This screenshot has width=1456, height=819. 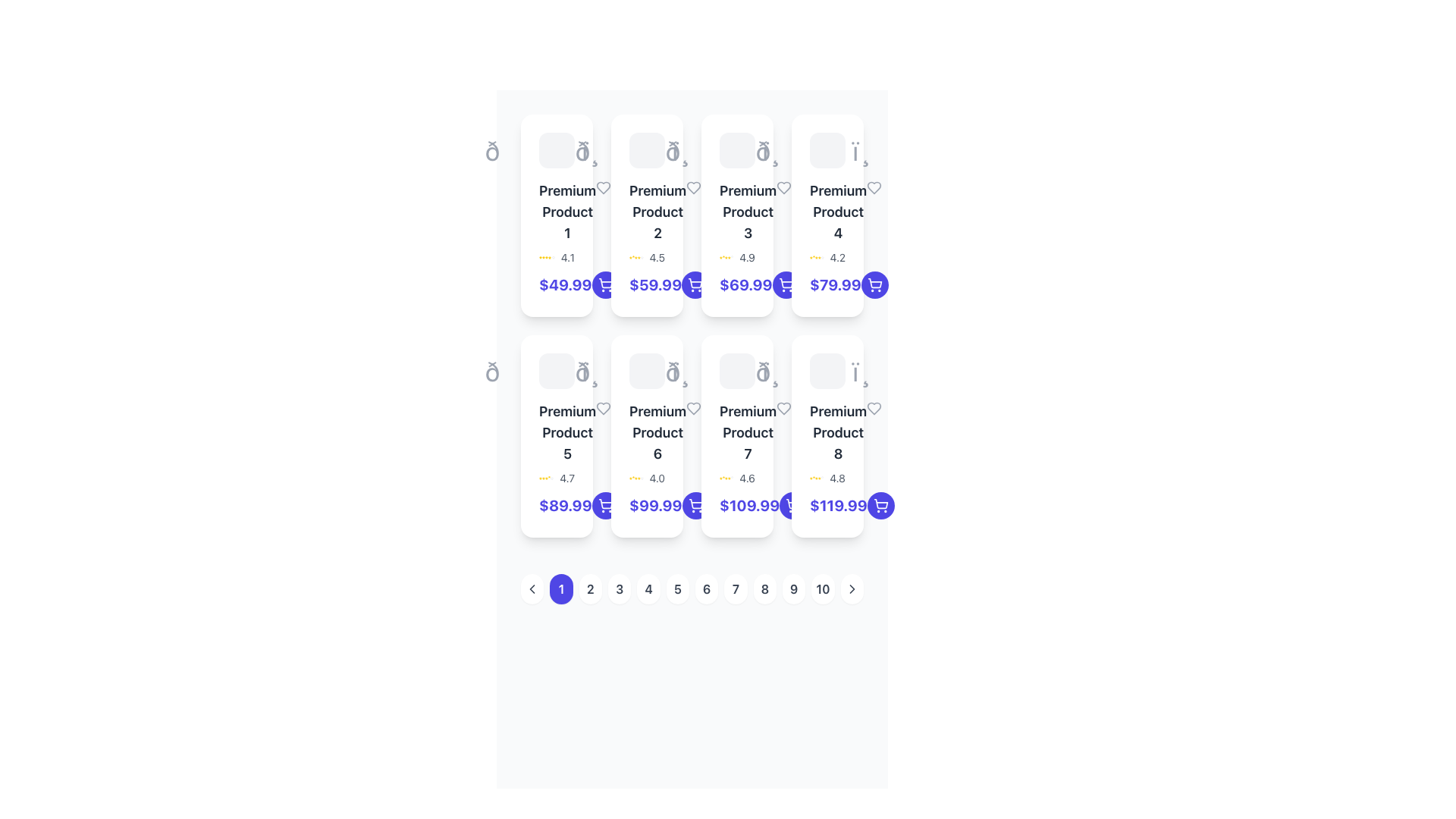 I want to click on the static text label displaying the product's rating, located under the star rating icons in the fourth product of the top row, so click(x=836, y=256).